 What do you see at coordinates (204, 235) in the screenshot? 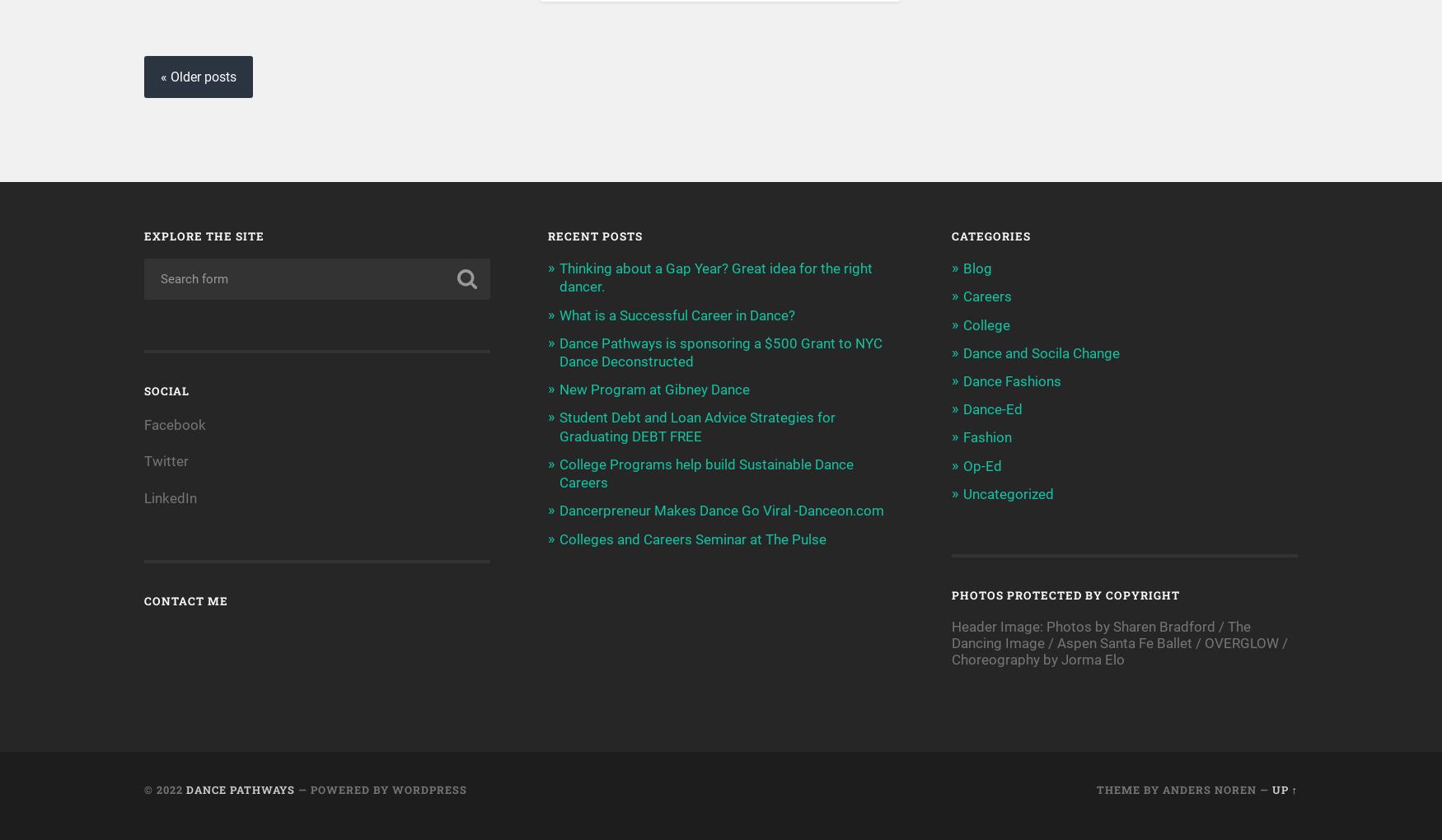
I see `'Explore the Site'` at bounding box center [204, 235].